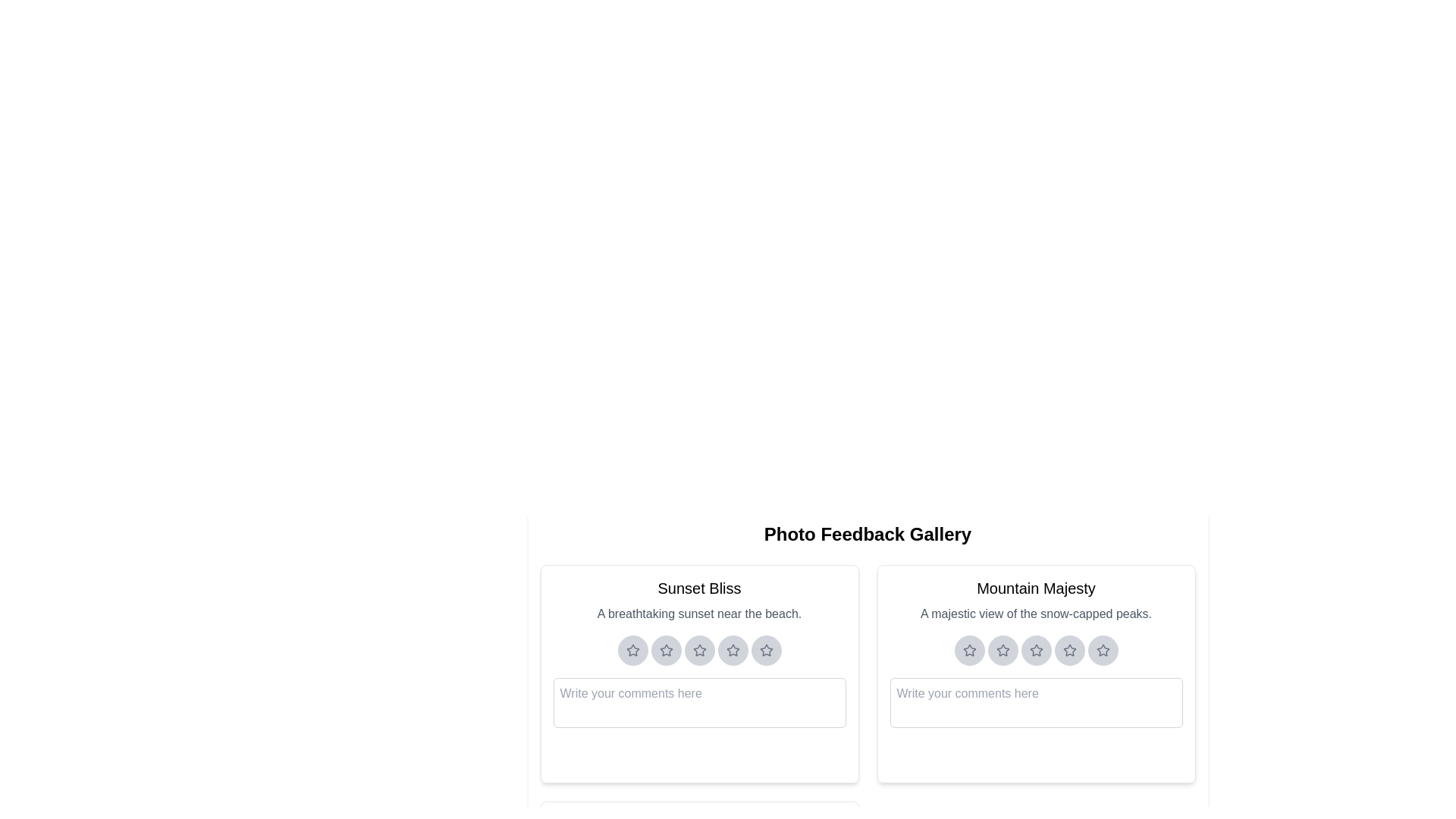 The image size is (1456, 819). What do you see at coordinates (1103, 649) in the screenshot?
I see `the fifth star icon in the 'Mountain Majesty' feedback section to visualize interactivity` at bounding box center [1103, 649].